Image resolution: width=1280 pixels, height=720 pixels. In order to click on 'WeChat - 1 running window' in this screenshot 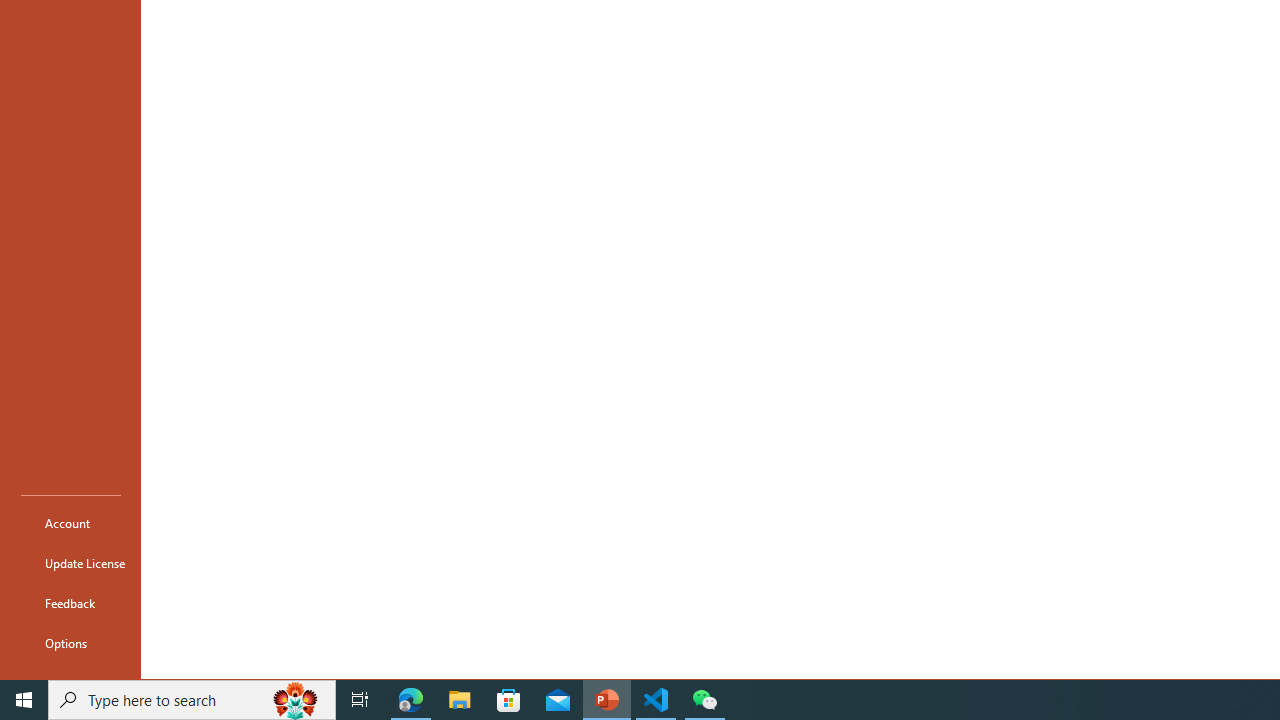, I will do `click(705, 698)`.